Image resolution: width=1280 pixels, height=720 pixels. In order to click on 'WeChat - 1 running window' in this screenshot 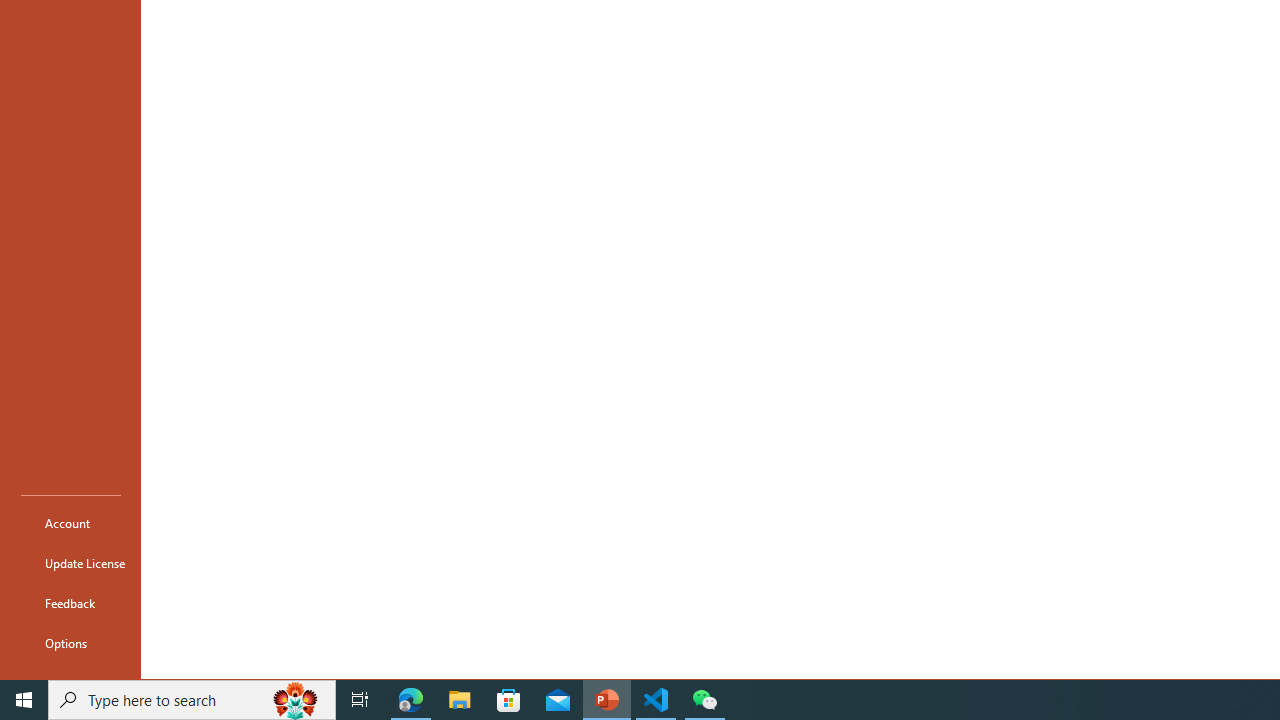, I will do `click(705, 698)`.